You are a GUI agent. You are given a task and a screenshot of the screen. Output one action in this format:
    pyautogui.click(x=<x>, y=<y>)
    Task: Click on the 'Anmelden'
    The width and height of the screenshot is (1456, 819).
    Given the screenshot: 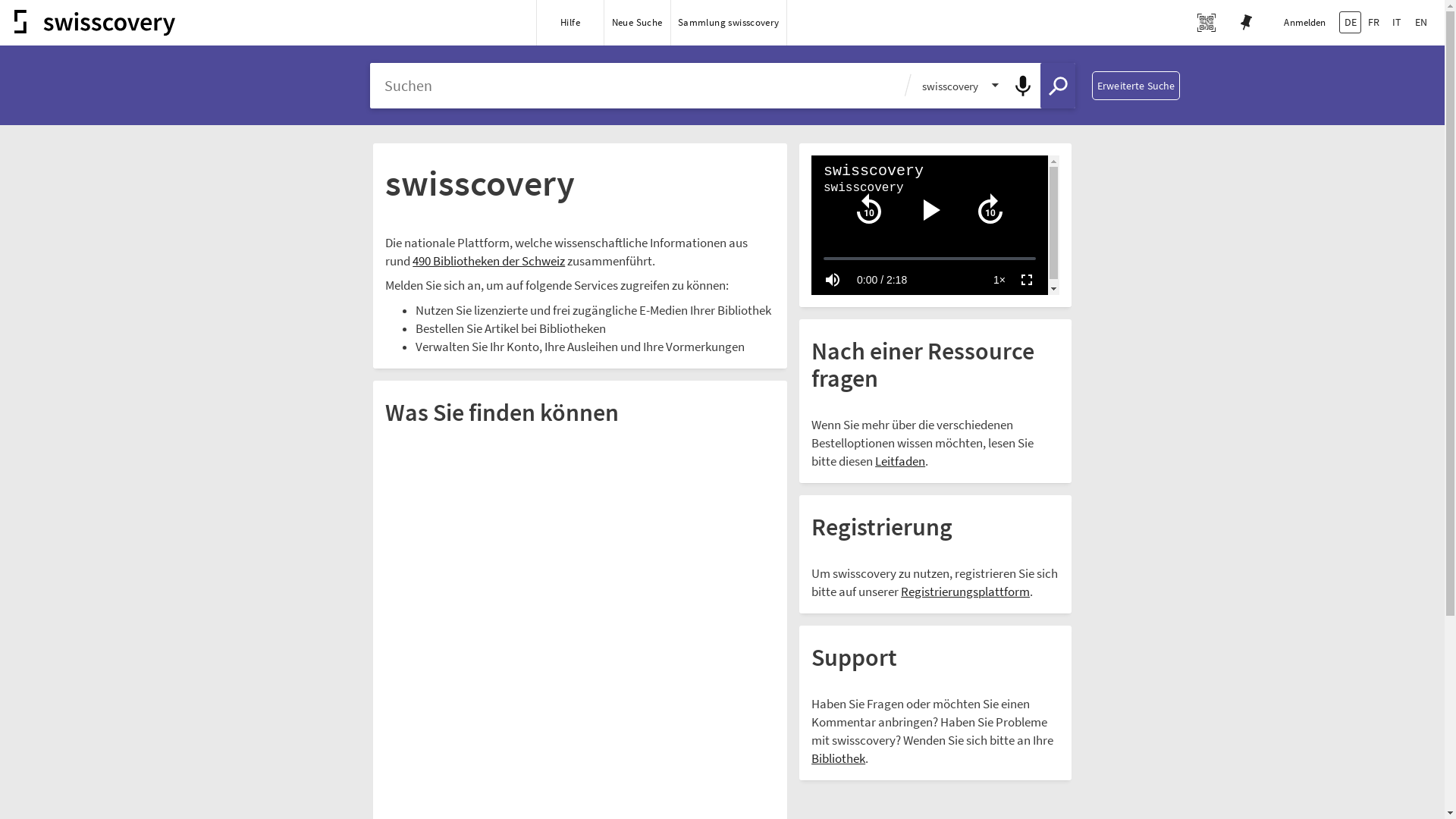 What is the action you would take?
    pyautogui.click(x=1271, y=23)
    